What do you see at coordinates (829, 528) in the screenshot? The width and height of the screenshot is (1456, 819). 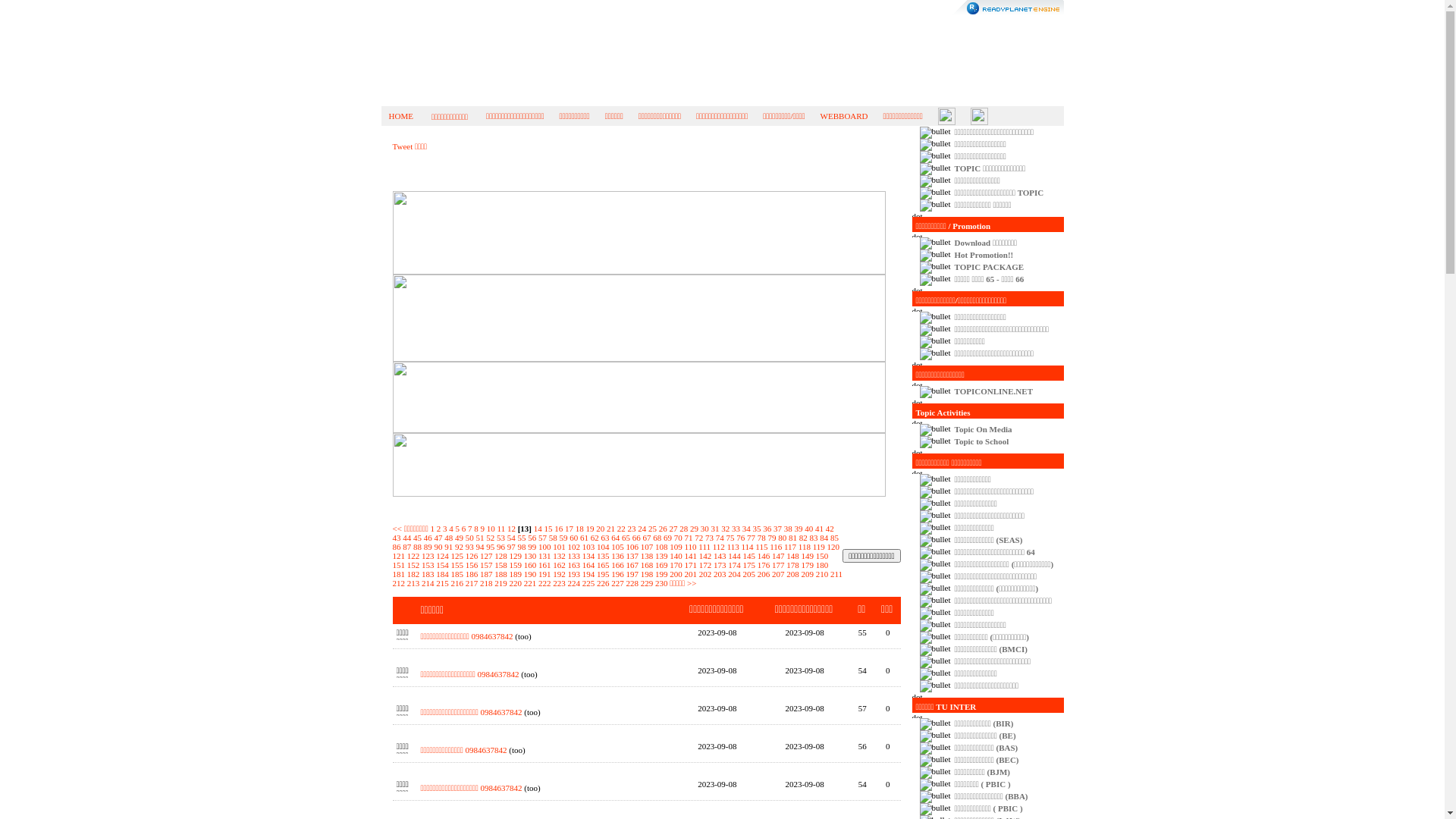 I see `'42'` at bounding box center [829, 528].